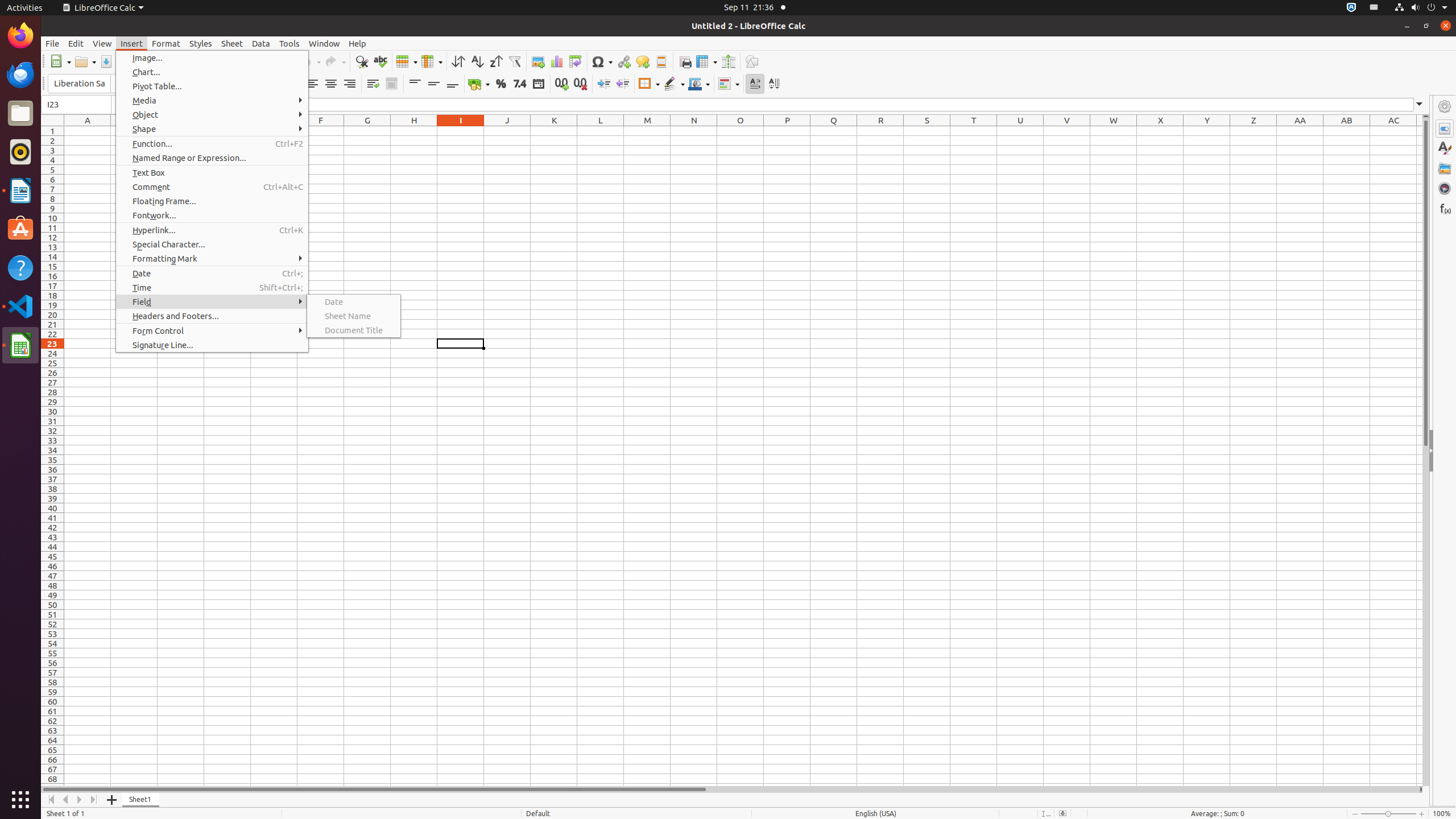 The image size is (1456, 819). Describe the element at coordinates (514, 61) in the screenshot. I see `'AutoFilter'` at that location.